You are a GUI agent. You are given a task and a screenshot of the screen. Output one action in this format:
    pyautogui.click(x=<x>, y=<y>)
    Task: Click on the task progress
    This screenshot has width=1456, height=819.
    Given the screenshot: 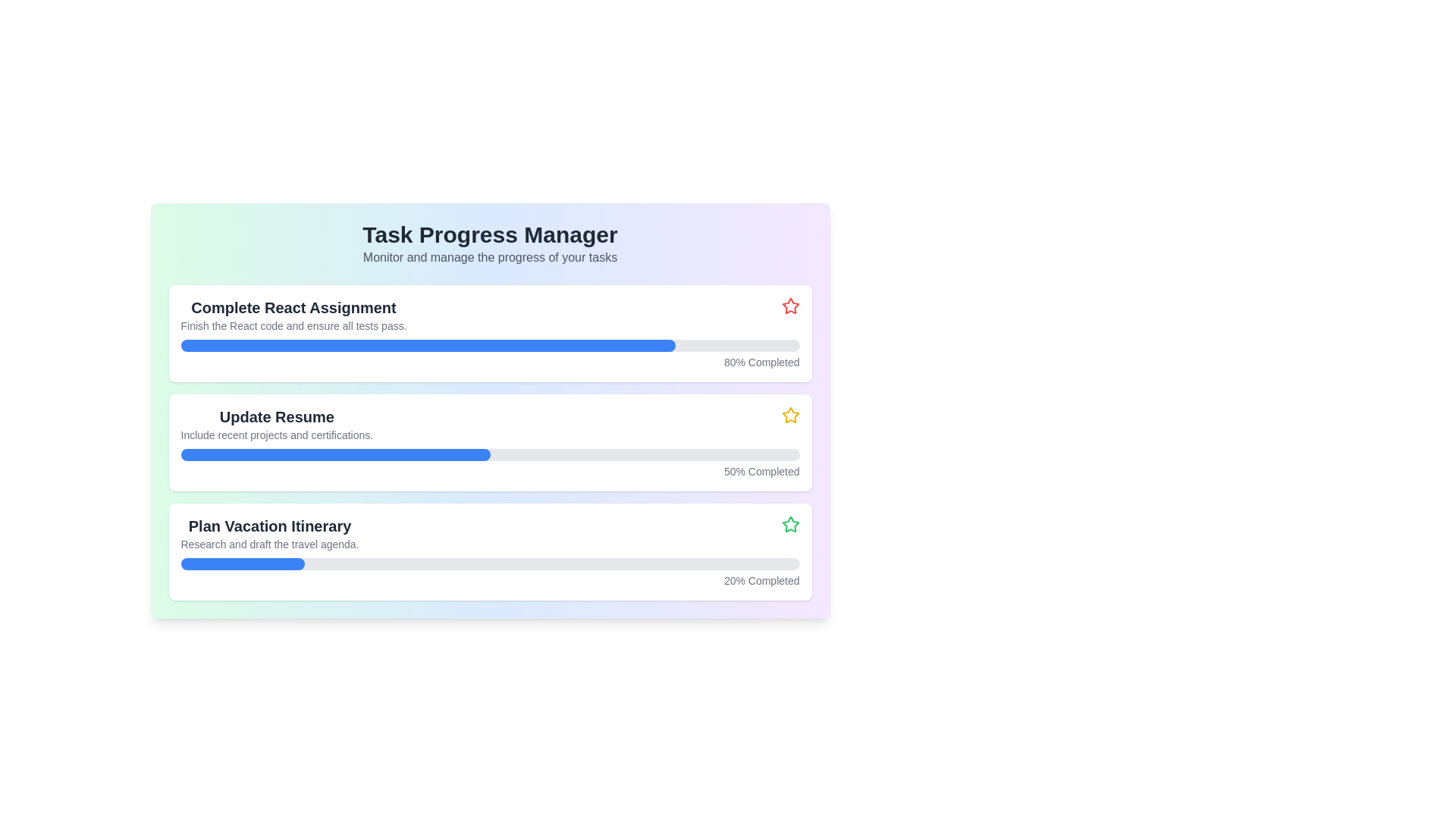 What is the action you would take?
    pyautogui.click(x=744, y=564)
    